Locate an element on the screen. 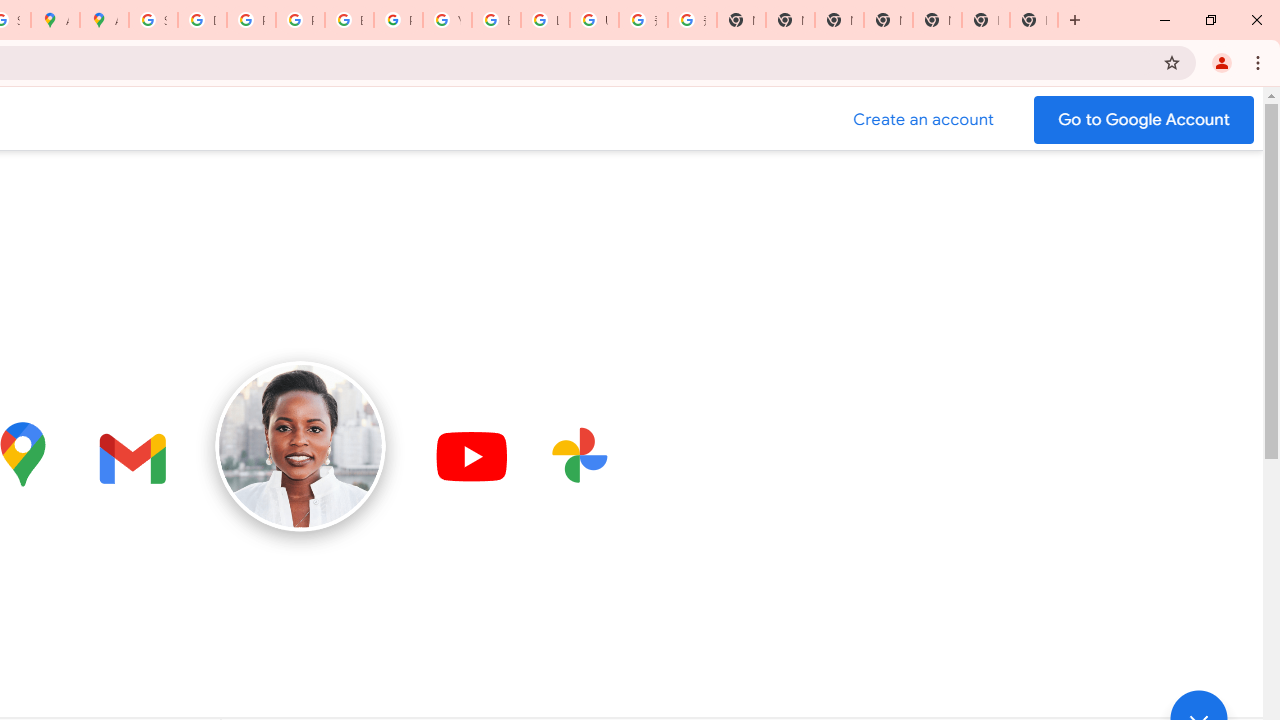 This screenshot has height=720, width=1280. 'YouTube' is located at coordinates (446, 20).